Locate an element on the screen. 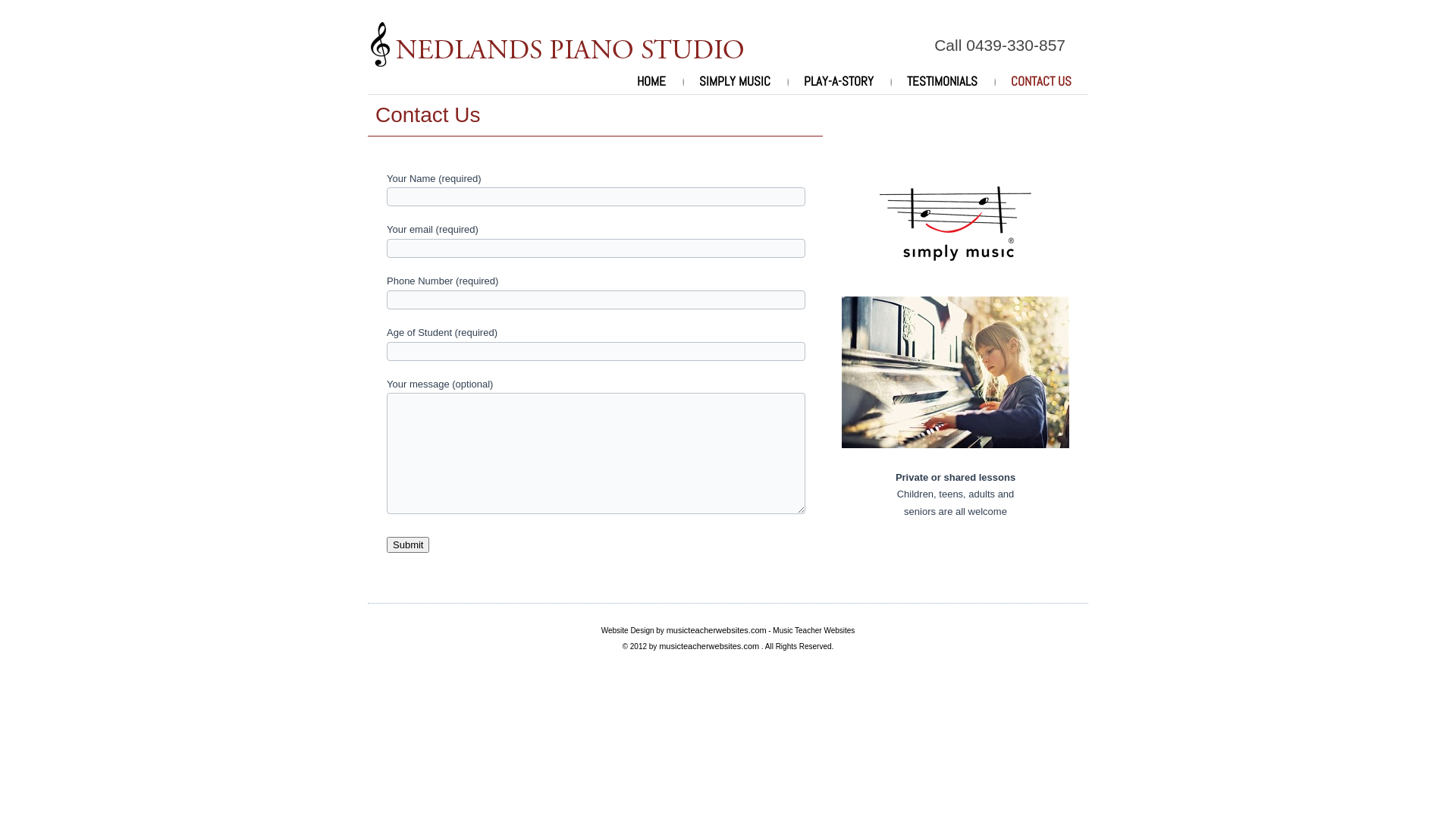  'CONTACT US' is located at coordinates (997, 81).